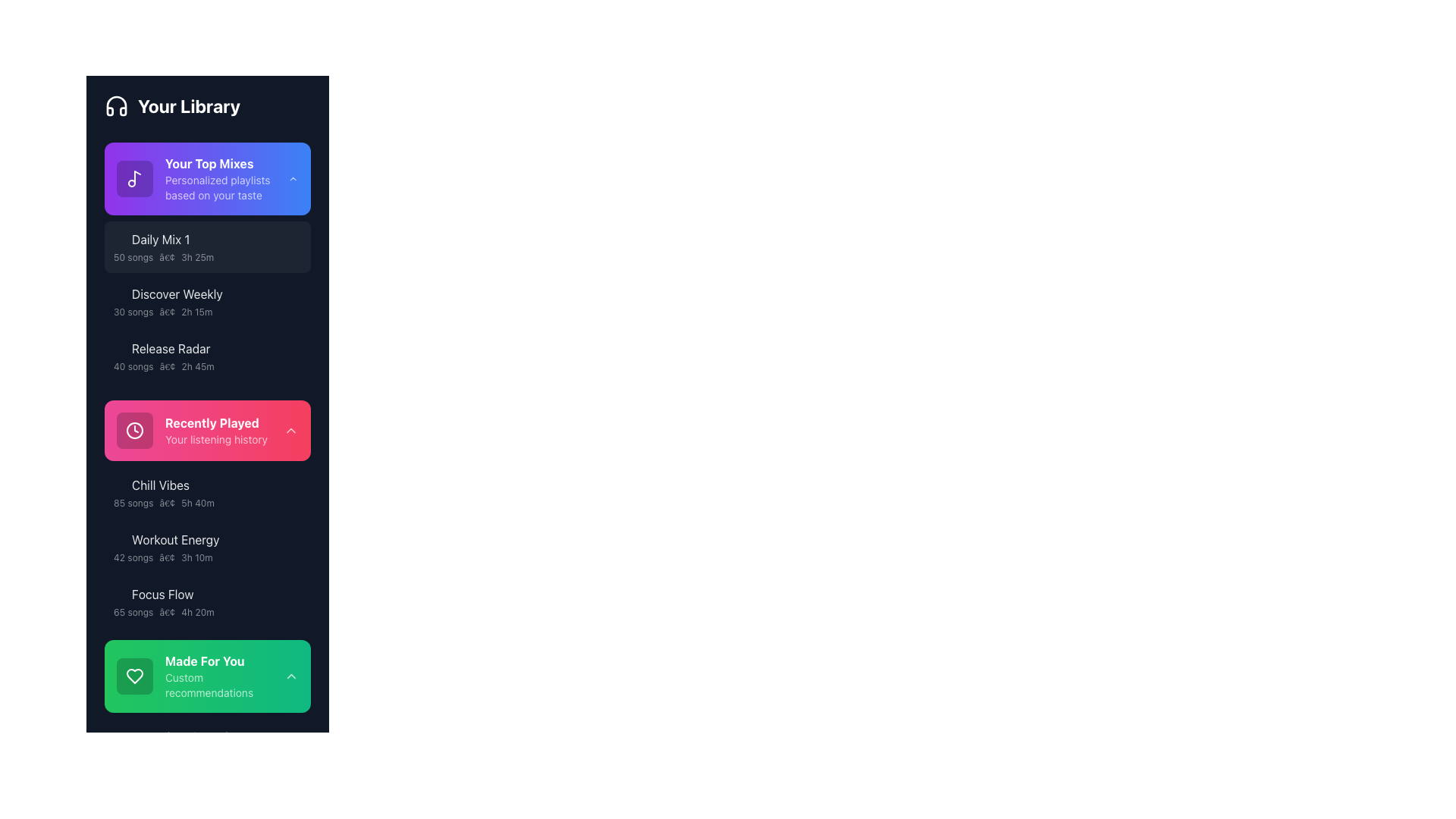 The image size is (1456, 819). What do you see at coordinates (215, 439) in the screenshot?
I see `the text label 'Your listening history' which is located below 'Recently Played' in the left sidebar, centered horizontally within the pink section` at bounding box center [215, 439].